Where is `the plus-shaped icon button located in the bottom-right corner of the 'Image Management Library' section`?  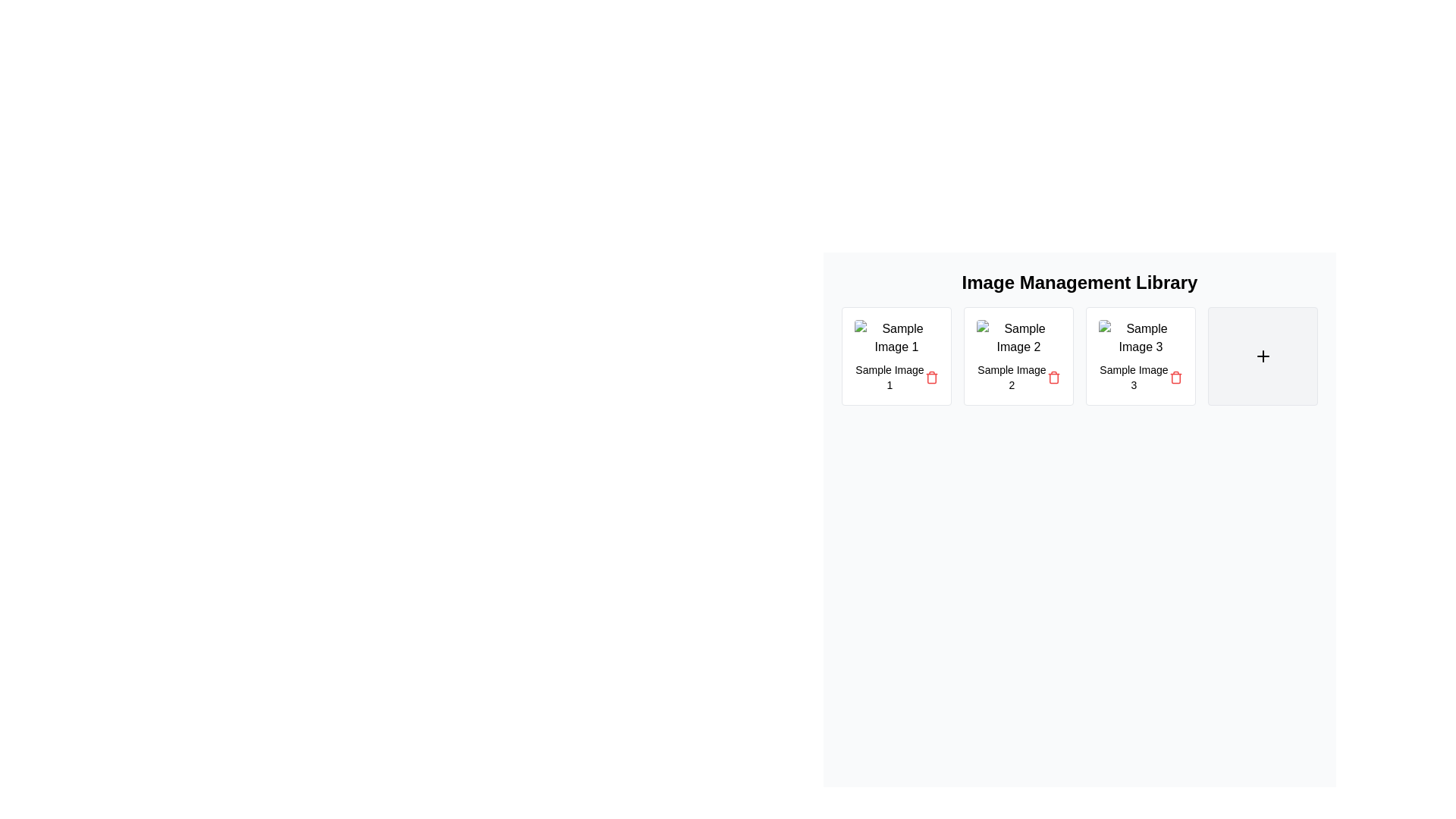
the plus-shaped icon button located in the bottom-right corner of the 'Image Management Library' section is located at coordinates (1263, 356).